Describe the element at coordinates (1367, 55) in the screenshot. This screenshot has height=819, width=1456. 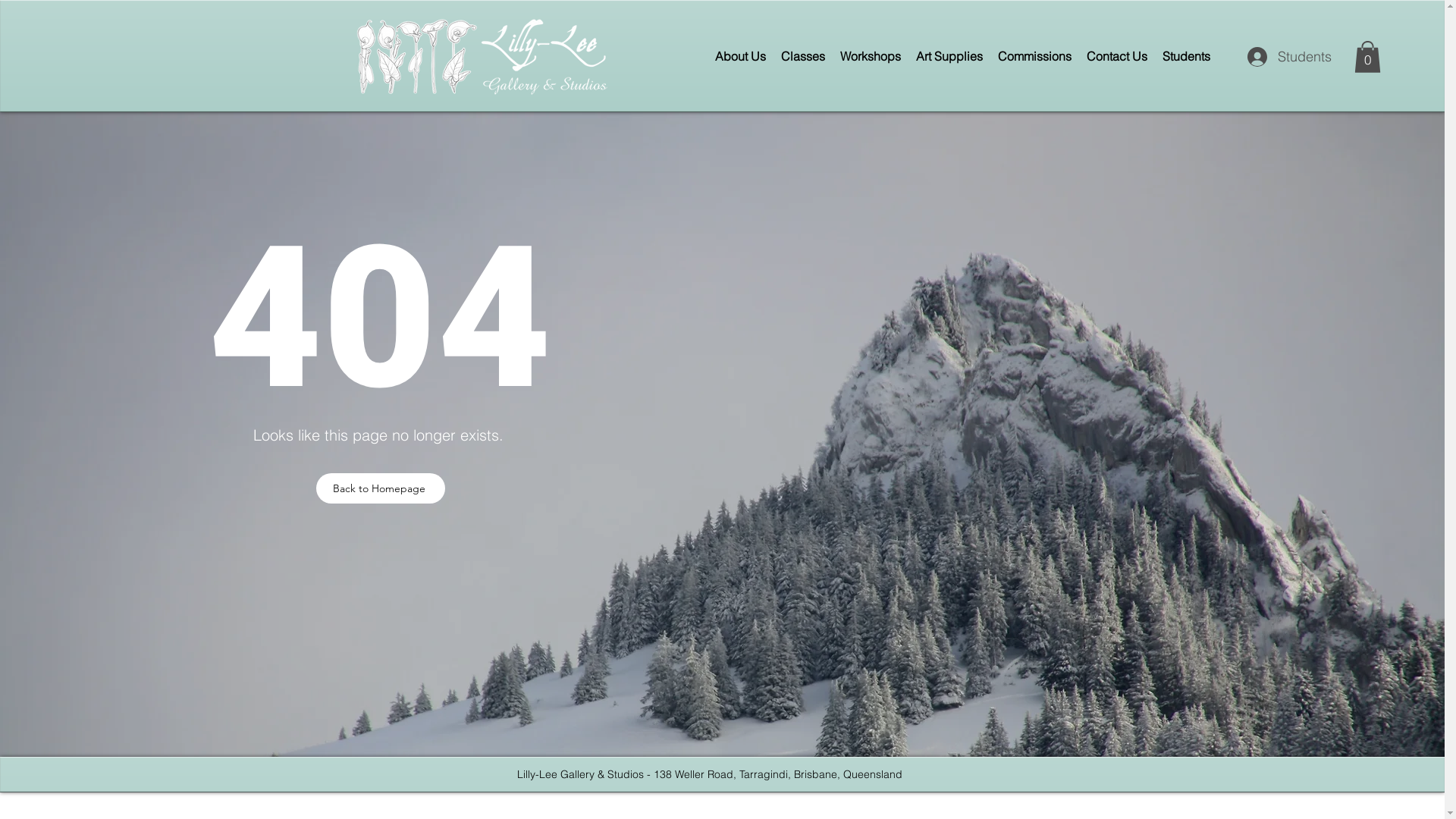
I see `'0'` at that location.